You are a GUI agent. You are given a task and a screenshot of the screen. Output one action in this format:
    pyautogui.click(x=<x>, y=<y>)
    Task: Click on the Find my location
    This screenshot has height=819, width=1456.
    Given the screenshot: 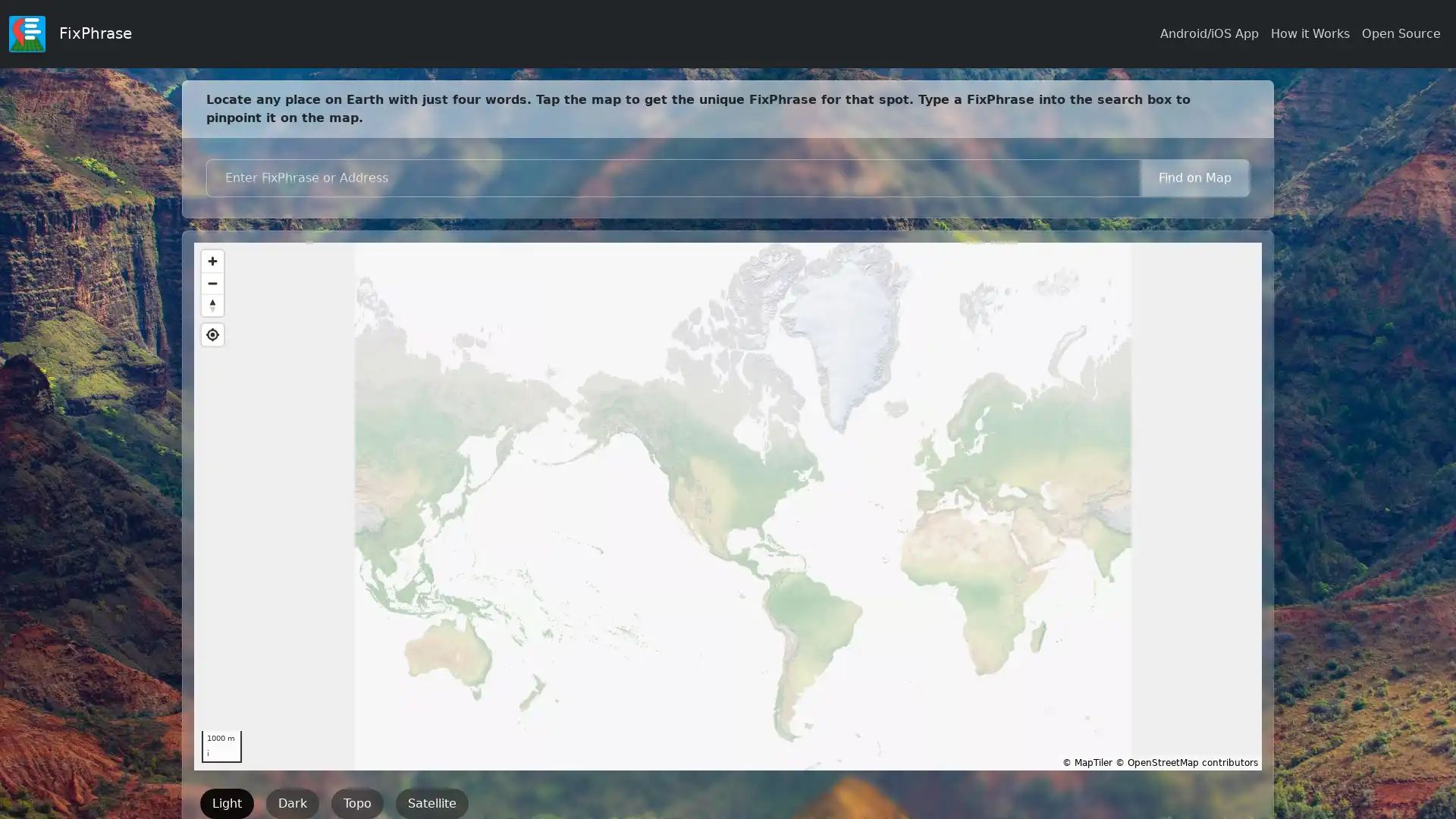 What is the action you would take?
    pyautogui.click(x=212, y=334)
    